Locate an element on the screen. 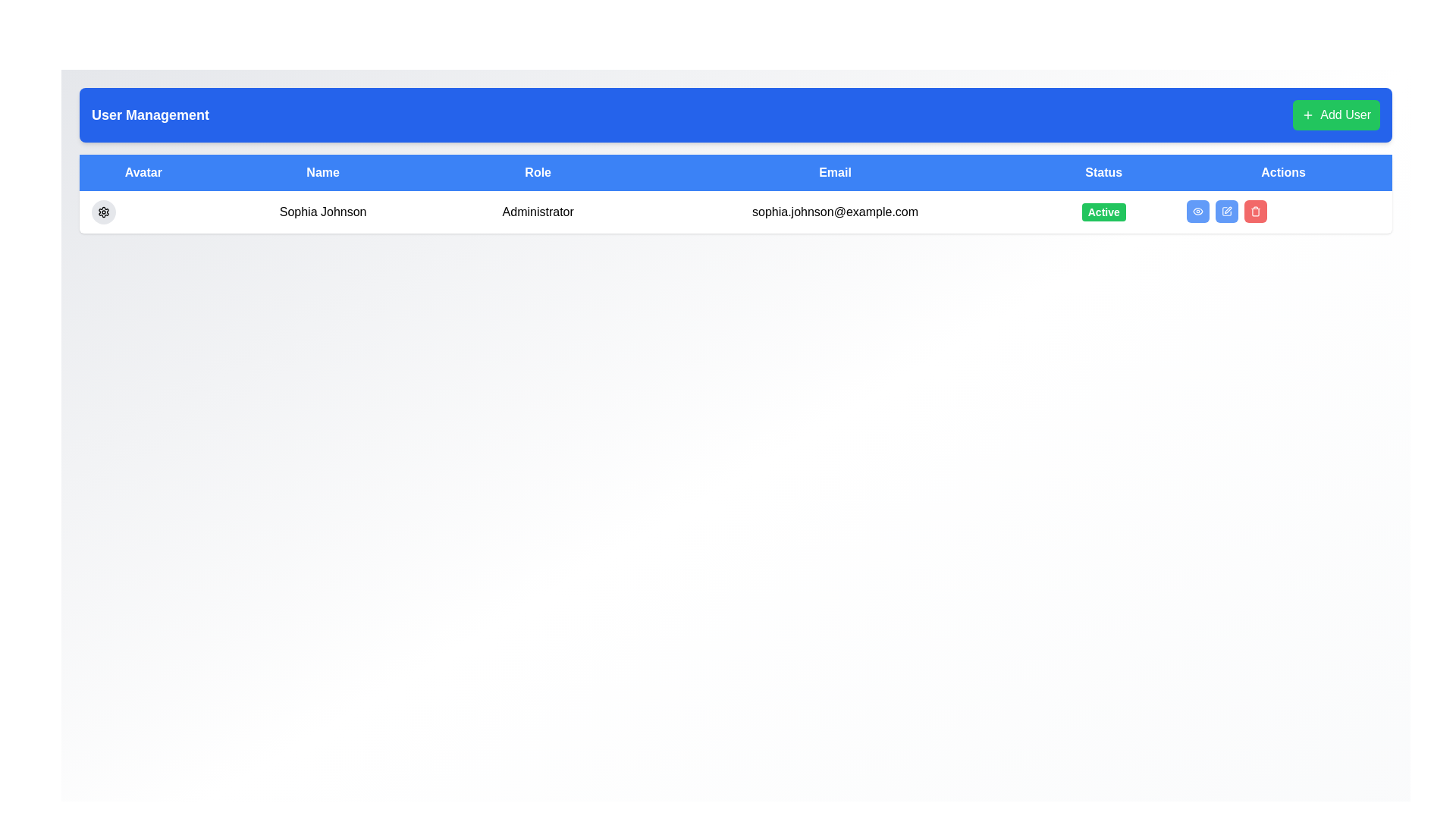  the cogwheel icon representing settings functionality, which is located in the first row of the user list in the 'Actions' column is located at coordinates (103, 212).